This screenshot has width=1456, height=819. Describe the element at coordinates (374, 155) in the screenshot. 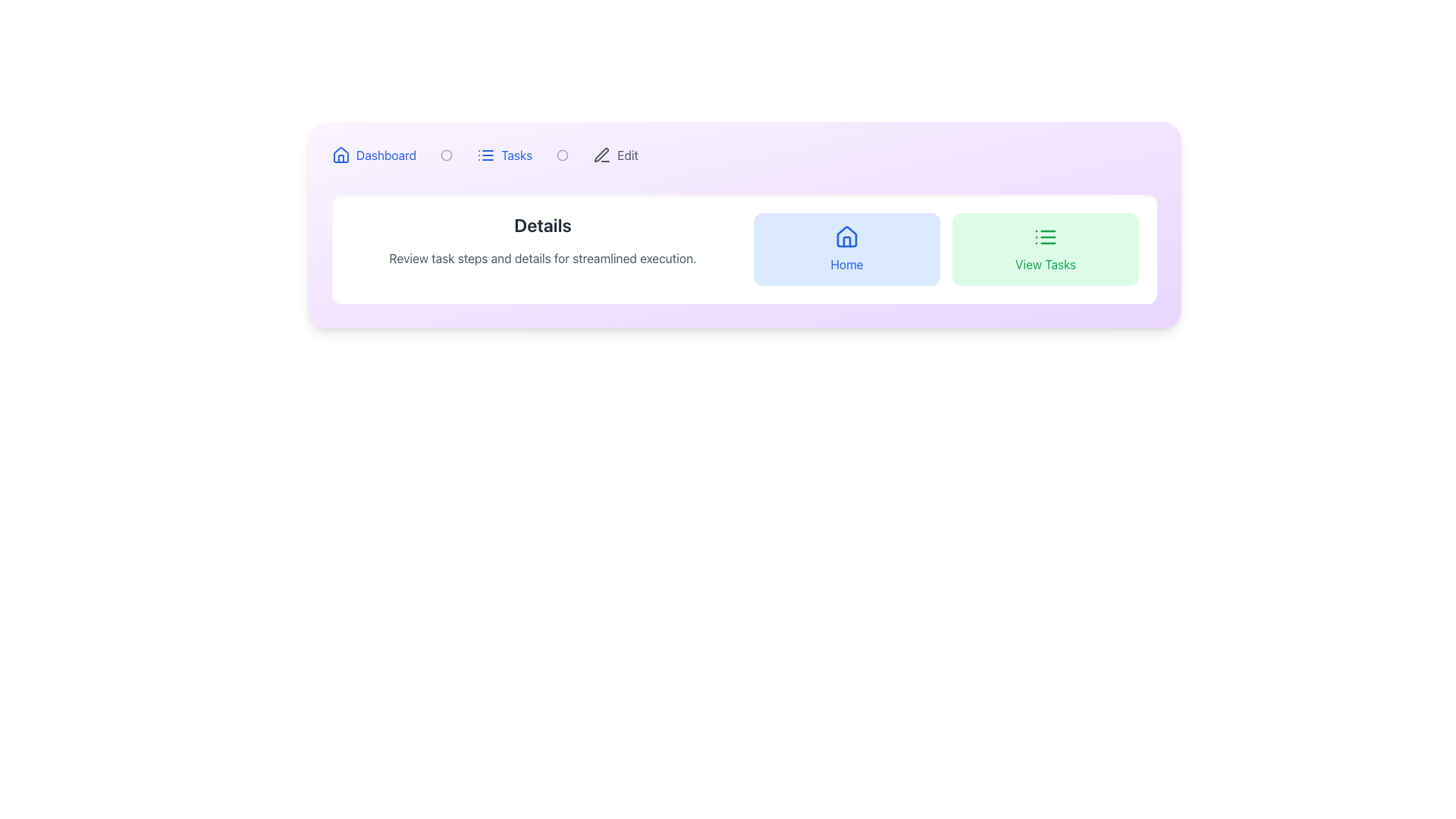

I see `the 'Dashboard' hypertext link with a home icon` at that location.